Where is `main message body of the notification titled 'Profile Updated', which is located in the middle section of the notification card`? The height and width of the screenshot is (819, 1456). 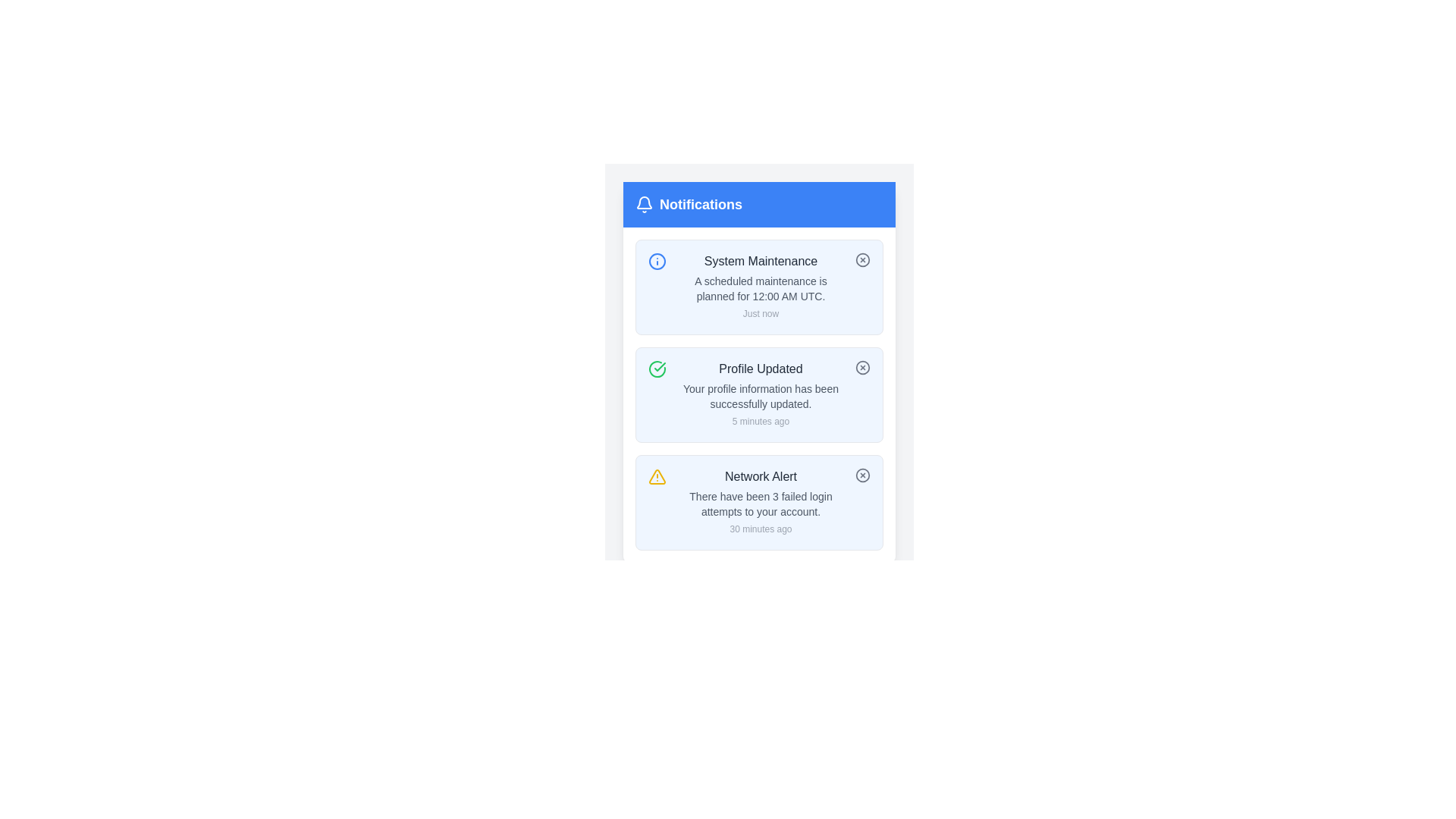
main message body of the notification titled 'Profile Updated', which is located in the middle section of the notification card is located at coordinates (761, 396).